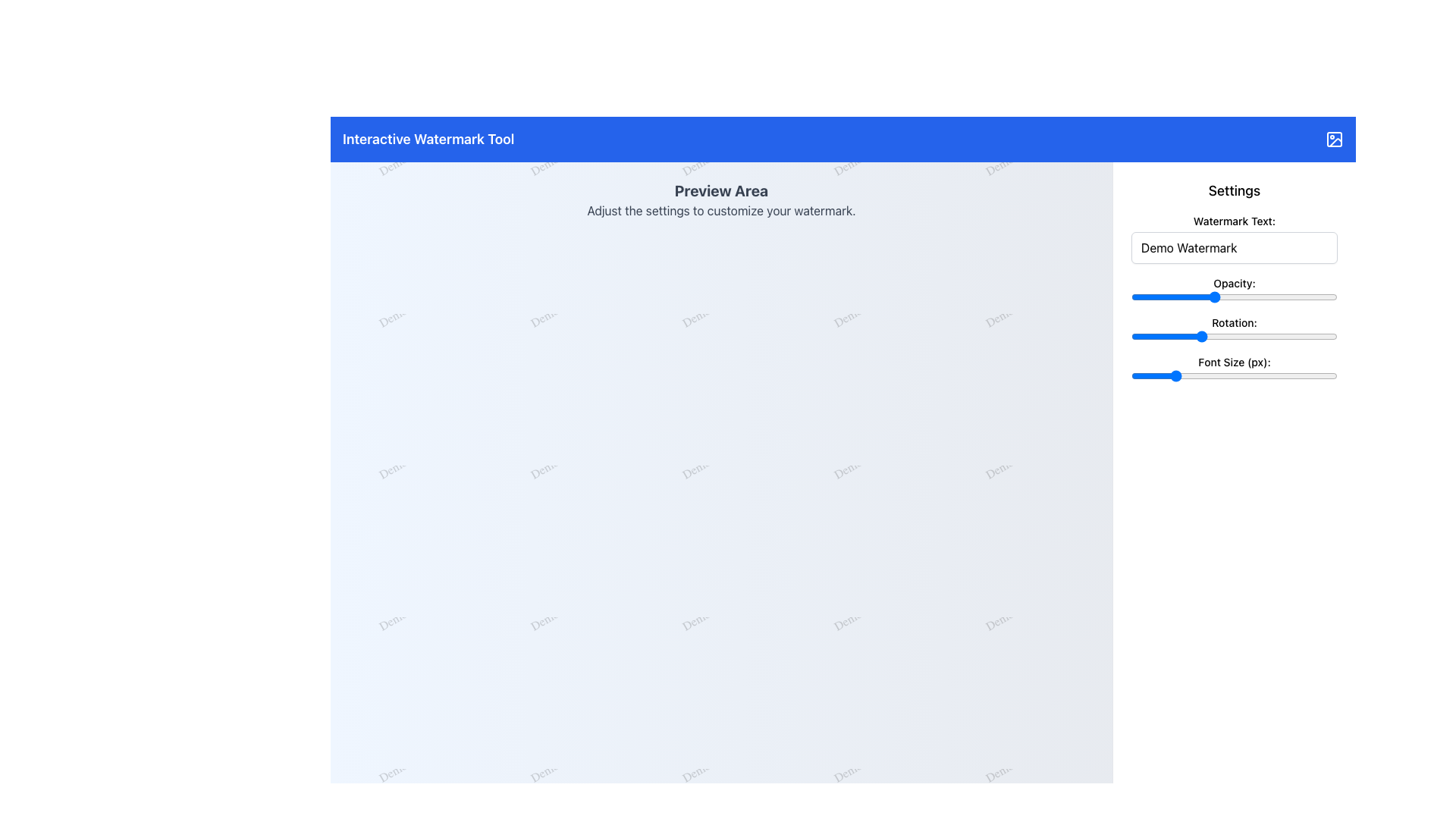 This screenshot has width=1456, height=819. I want to click on the rotation value of the slider, so click(1238, 335).